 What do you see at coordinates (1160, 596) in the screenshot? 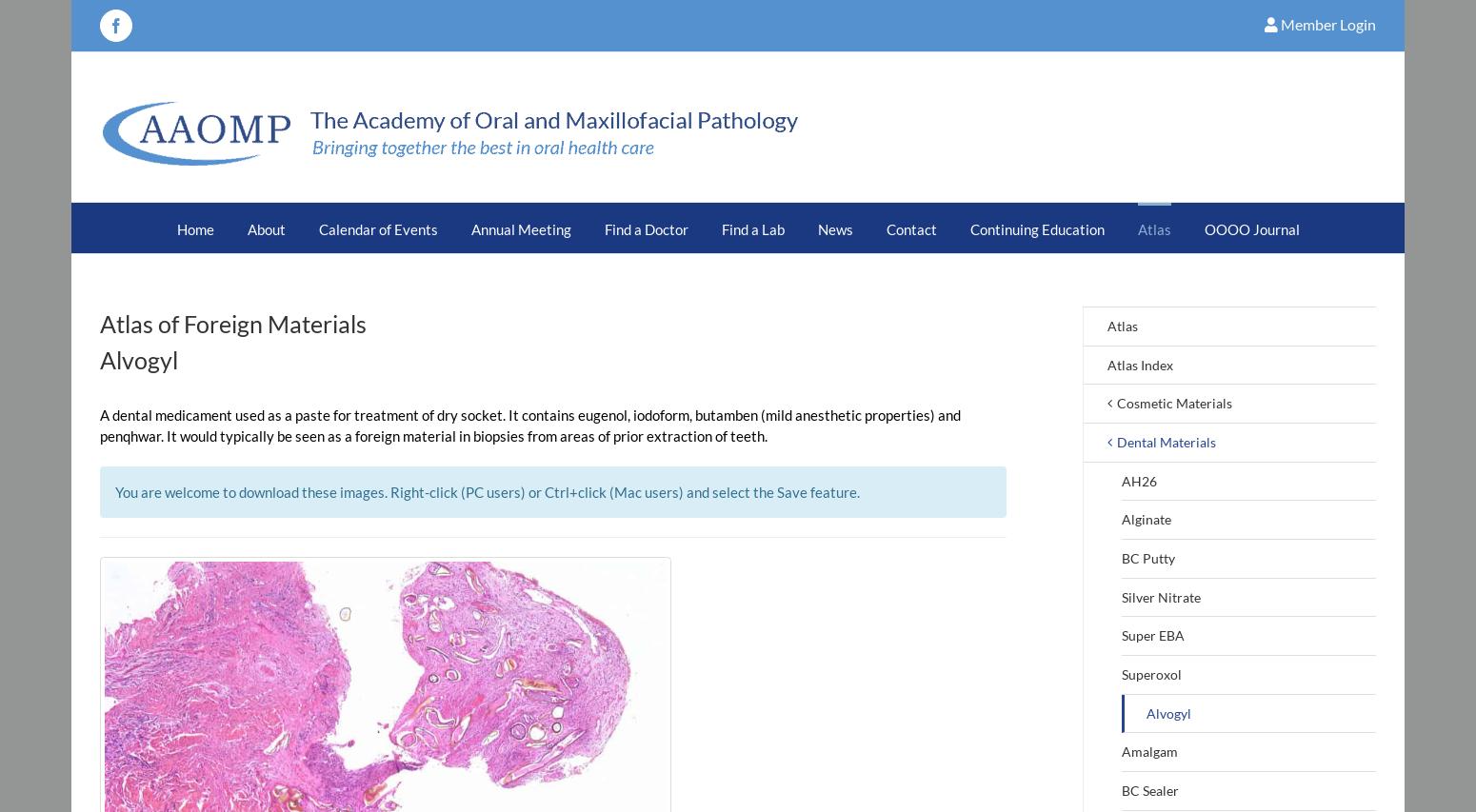
I see `'Silver Nitrate'` at bounding box center [1160, 596].